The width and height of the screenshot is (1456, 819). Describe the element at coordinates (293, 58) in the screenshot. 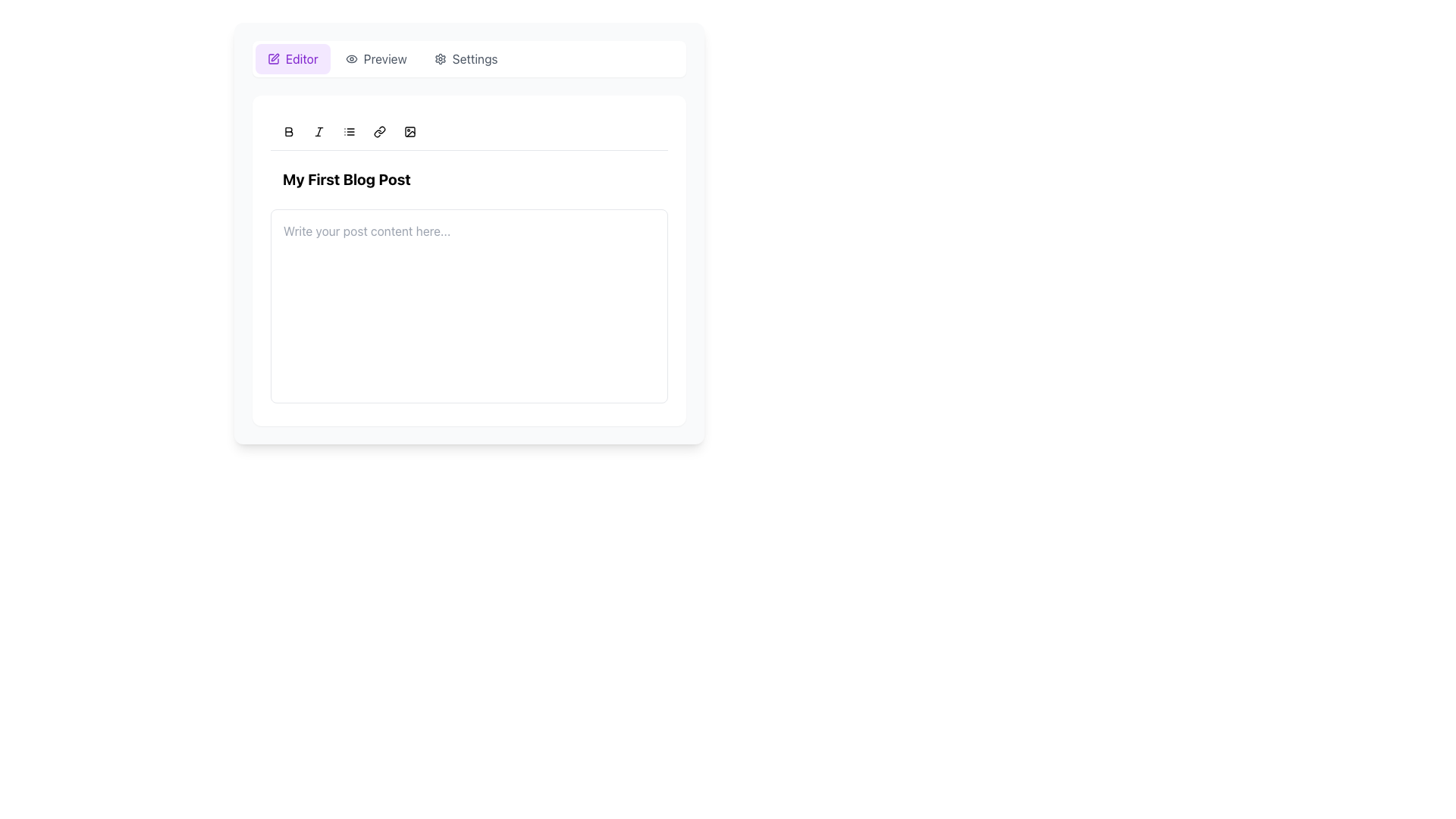

I see `the toggle button located at the top-left of the interface` at that location.